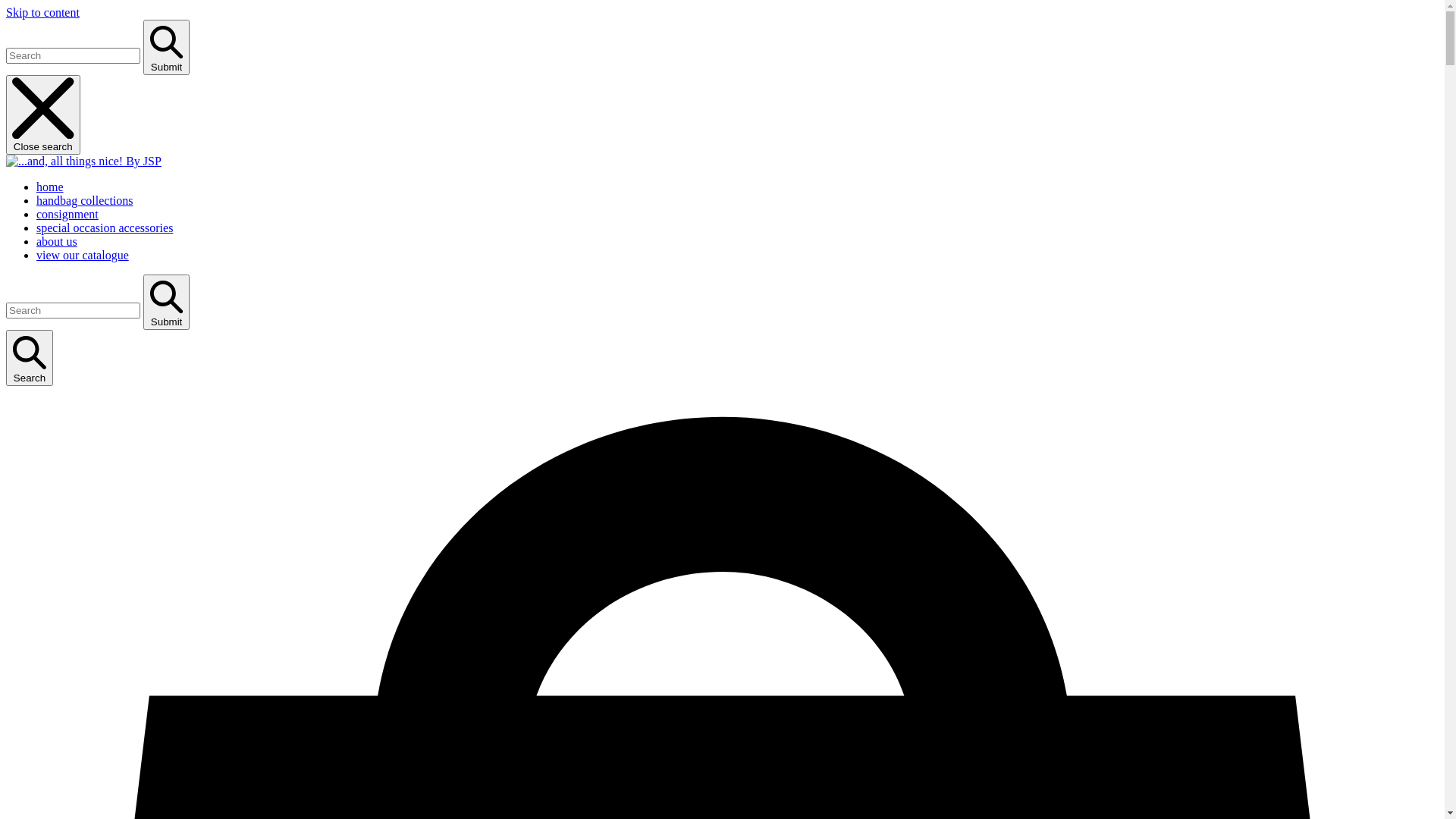 The width and height of the screenshot is (1456, 819). Describe the element at coordinates (42, 12) in the screenshot. I see `'Skip to content'` at that location.